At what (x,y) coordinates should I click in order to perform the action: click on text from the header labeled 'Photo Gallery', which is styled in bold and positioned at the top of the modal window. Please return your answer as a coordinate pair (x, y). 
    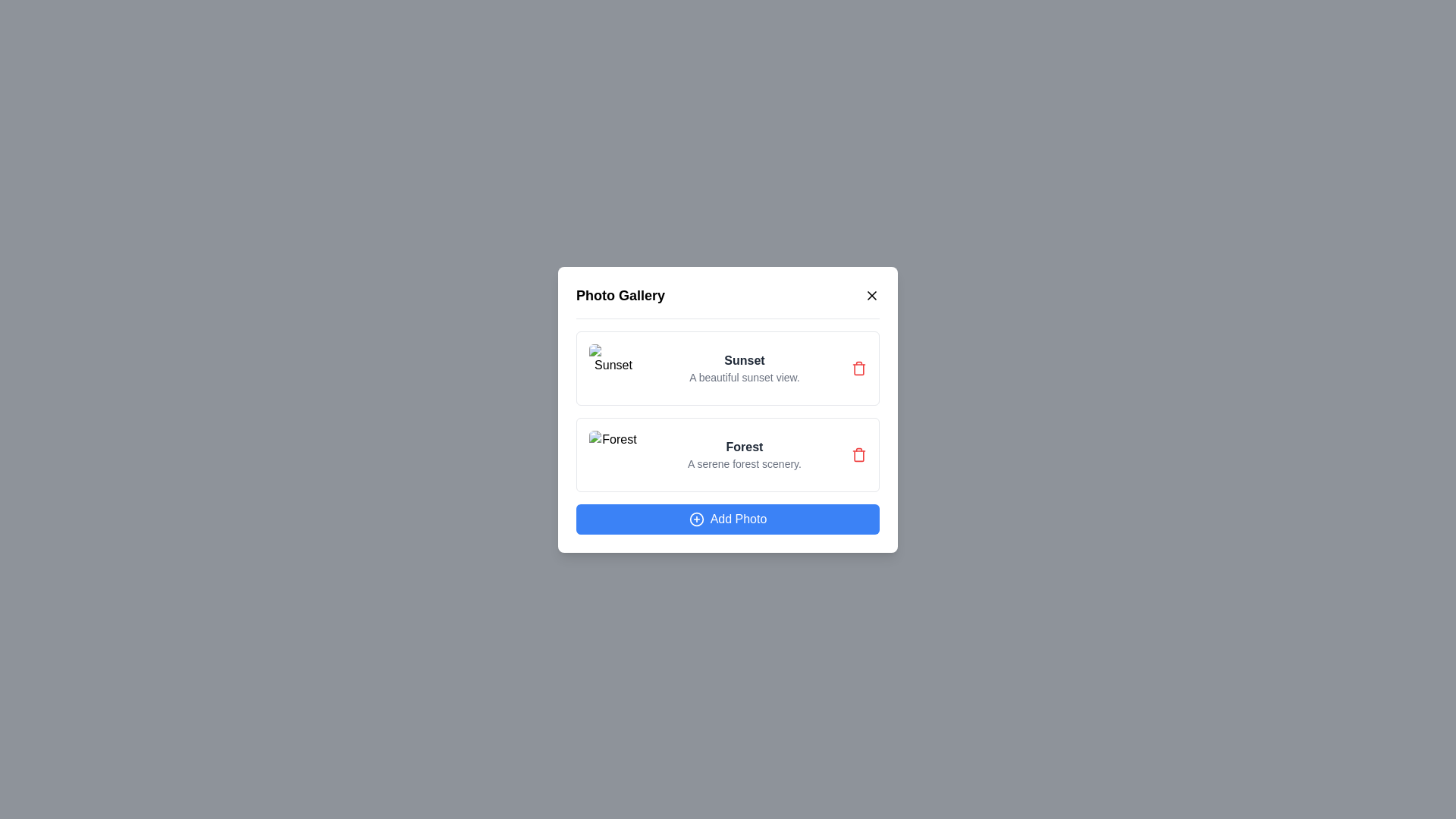
    Looking at the image, I should click on (620, 295).